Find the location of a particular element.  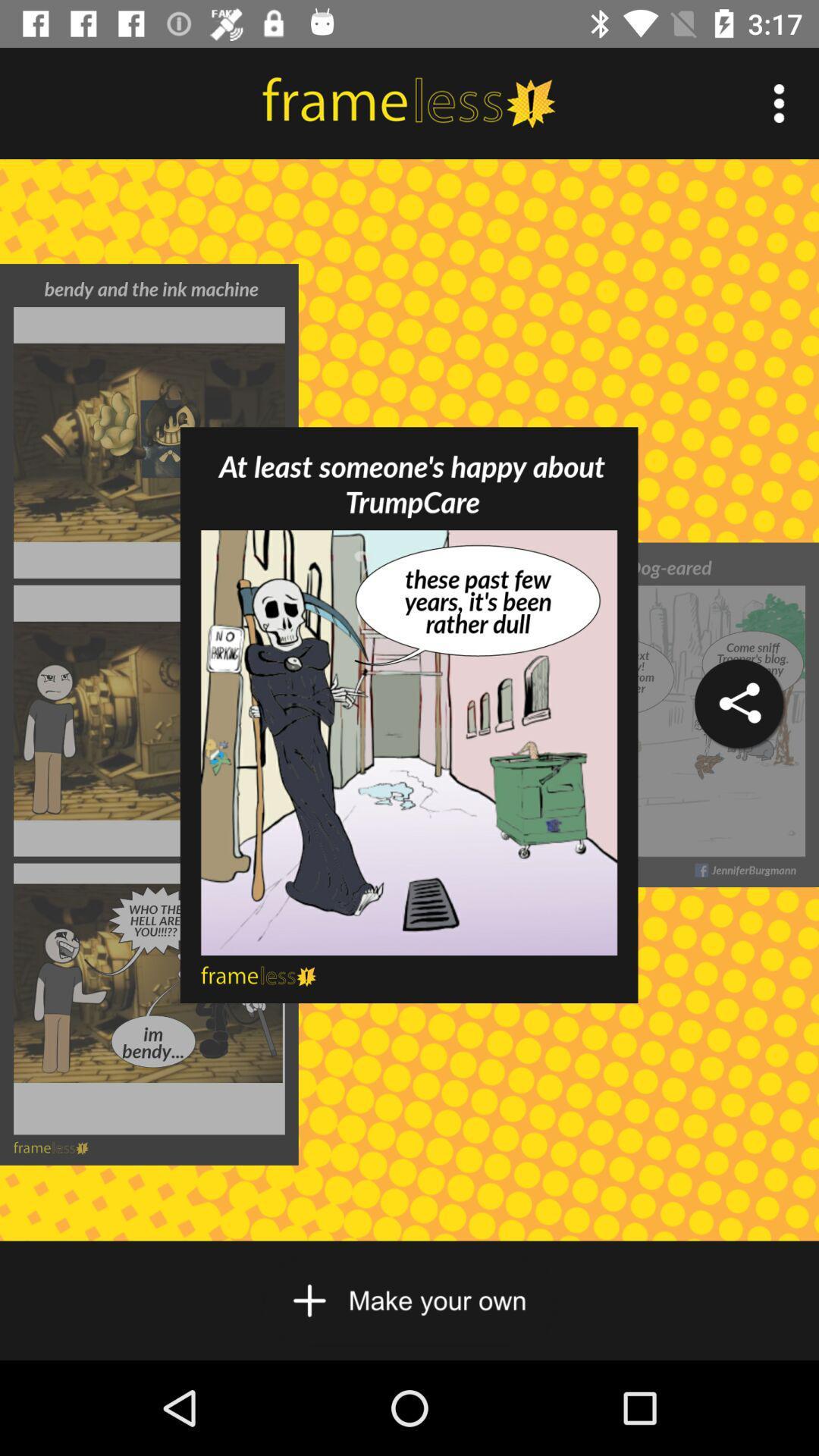

make your own image is located at coordinates (408, 1300).